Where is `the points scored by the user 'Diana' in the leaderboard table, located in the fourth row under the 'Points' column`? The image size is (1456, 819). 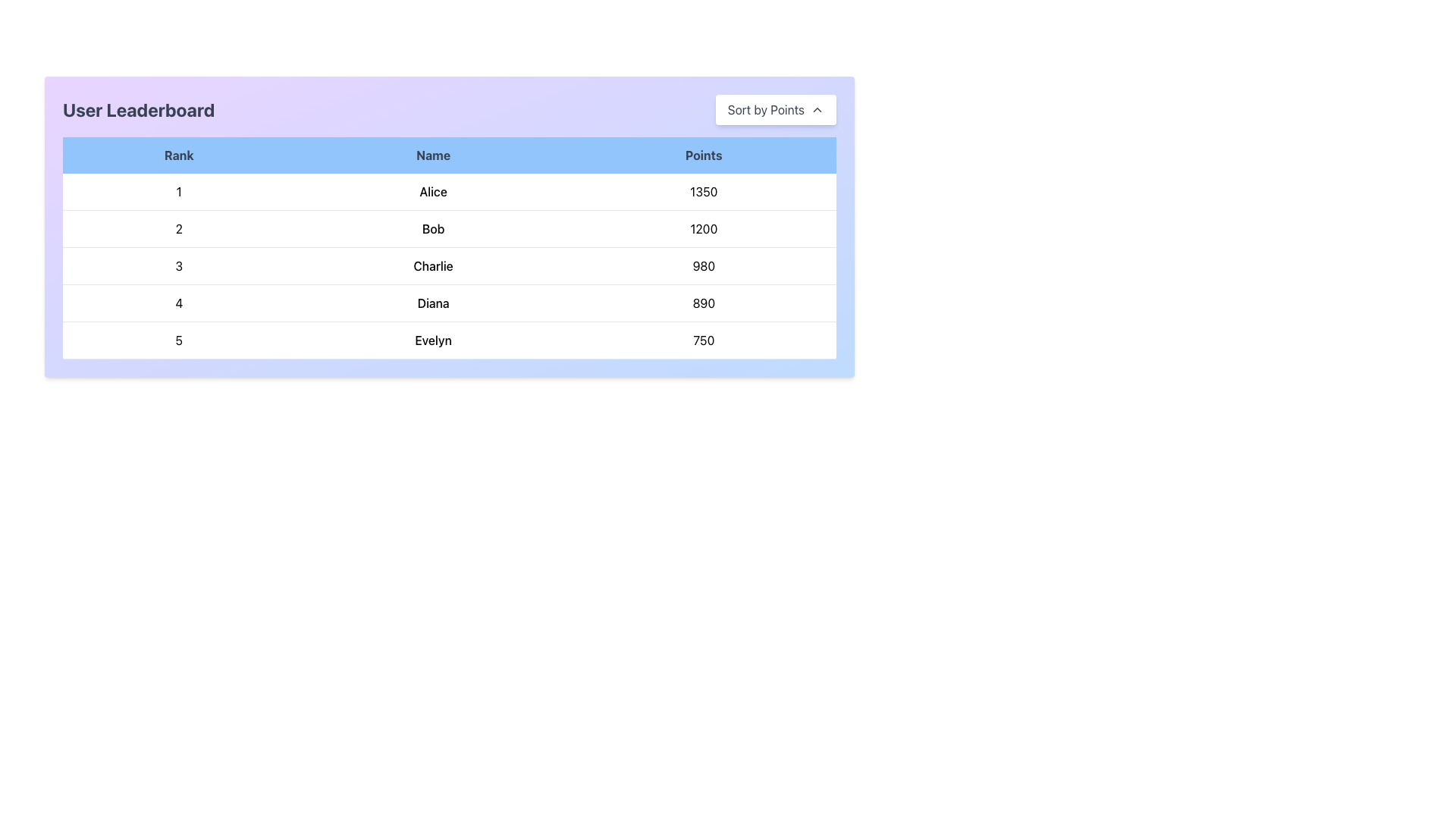 the points scored by the user 'Diana' in the leaderboard table, located in the fourth row under the 'Points' column is located at coordinates (703, 303).